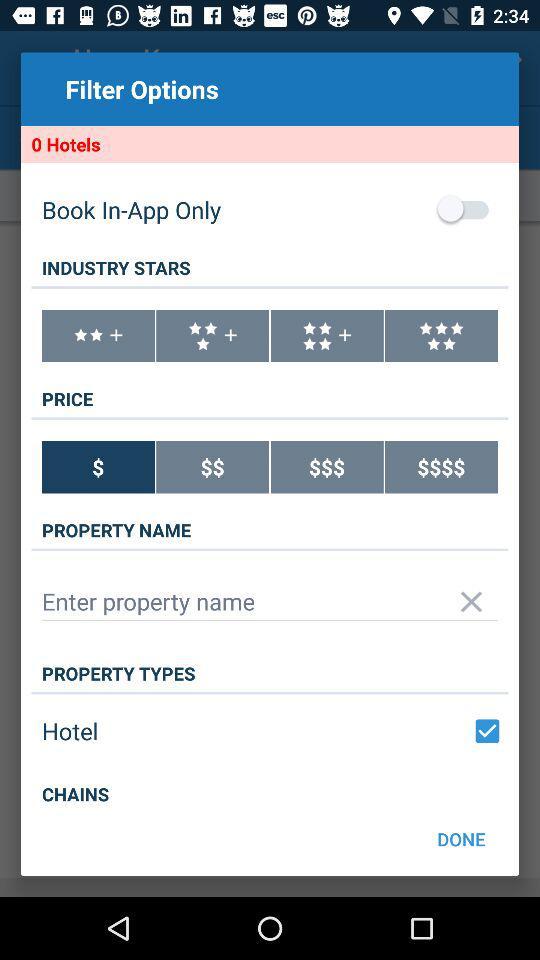 This screenshot has height=960, width=540. What do you see at coordinates (471, 600) in the screenshot?
I see `option` at bounding box center [471, 600].